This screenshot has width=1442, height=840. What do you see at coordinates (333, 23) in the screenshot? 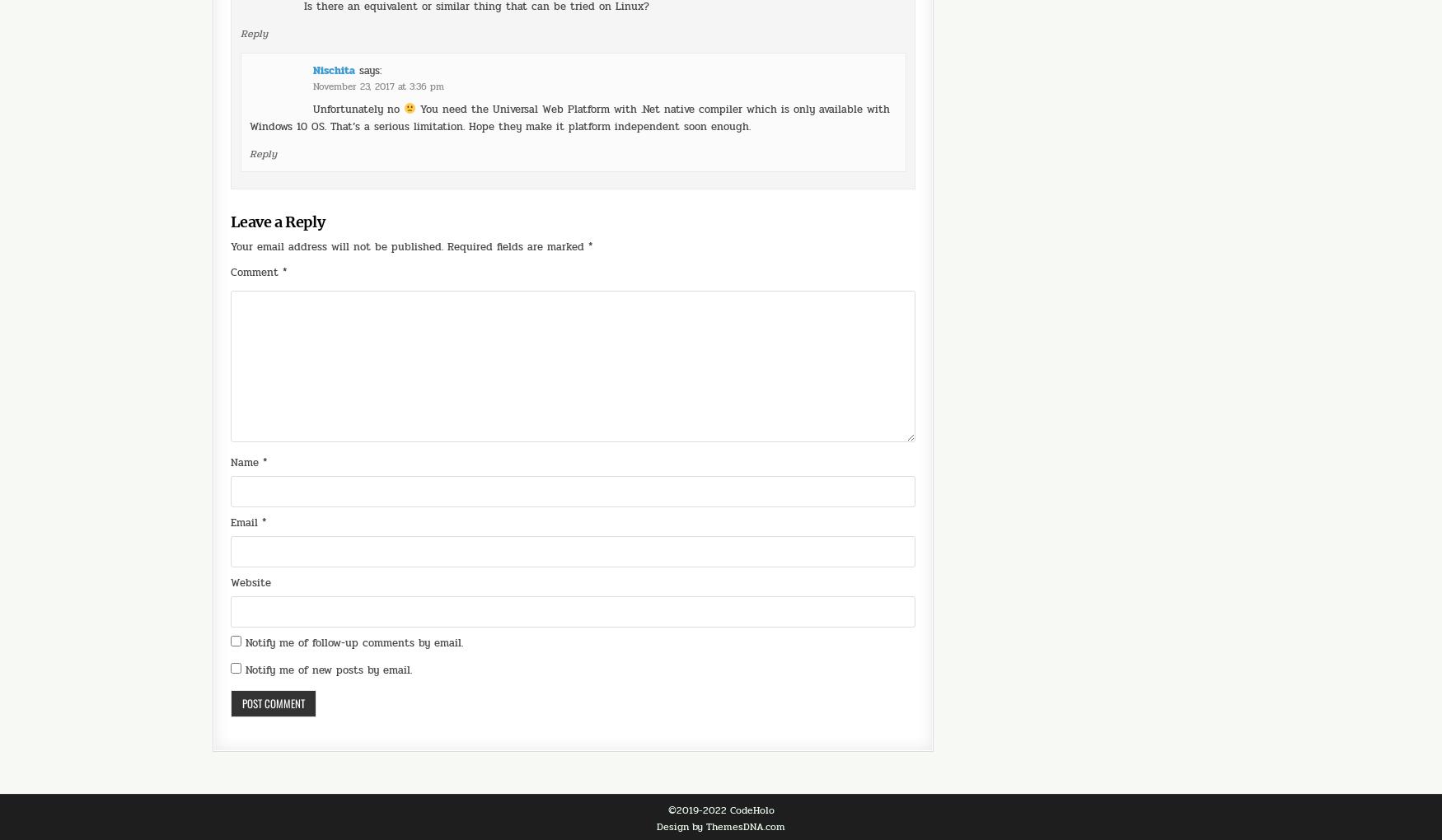
I see `'Nischita'` at bounding box center [333, 23].